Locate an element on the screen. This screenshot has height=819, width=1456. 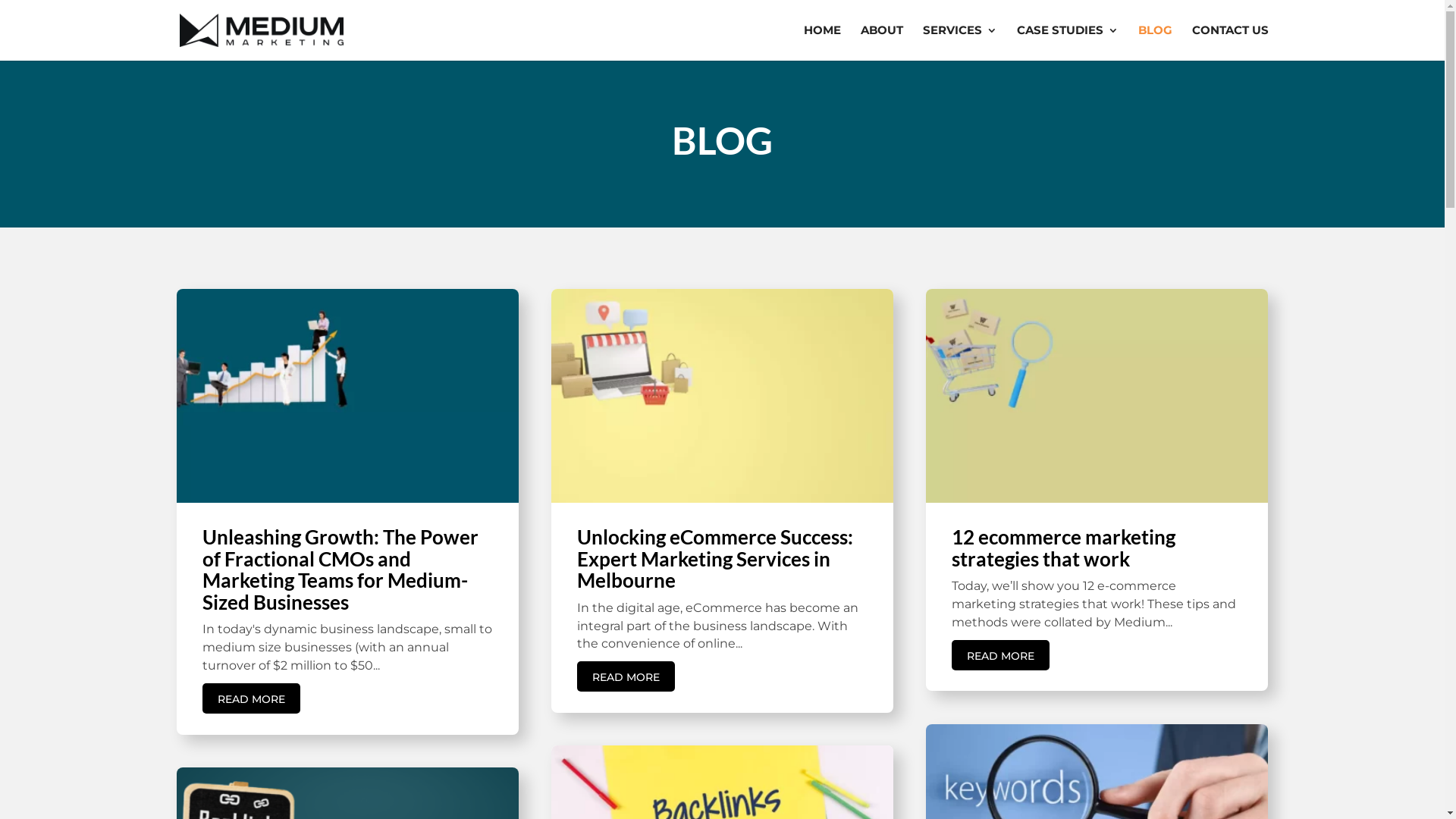
'HOME' is located at coordinates (821, 42).